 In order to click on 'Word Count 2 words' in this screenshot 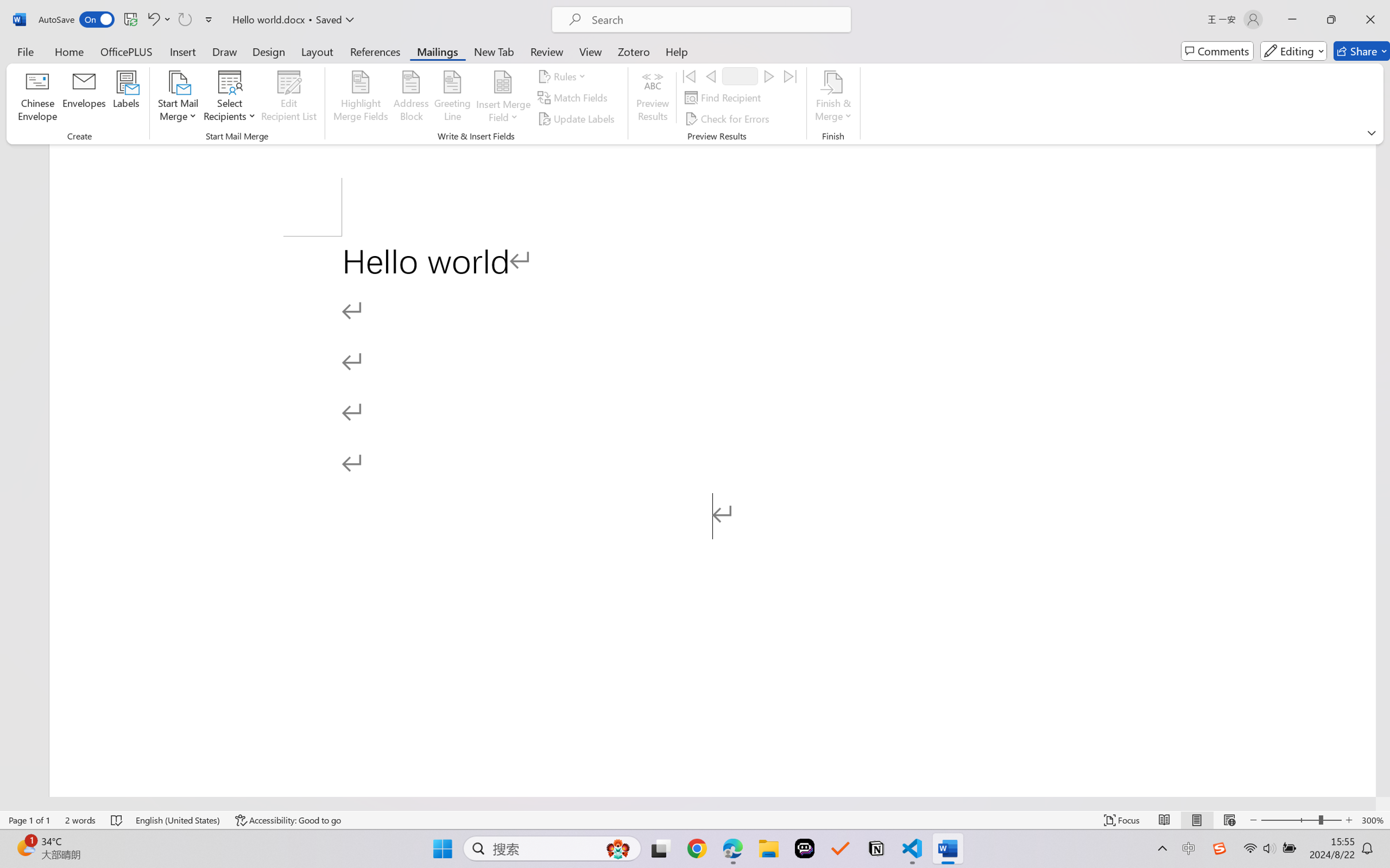, I will do `click(80, 820)`.